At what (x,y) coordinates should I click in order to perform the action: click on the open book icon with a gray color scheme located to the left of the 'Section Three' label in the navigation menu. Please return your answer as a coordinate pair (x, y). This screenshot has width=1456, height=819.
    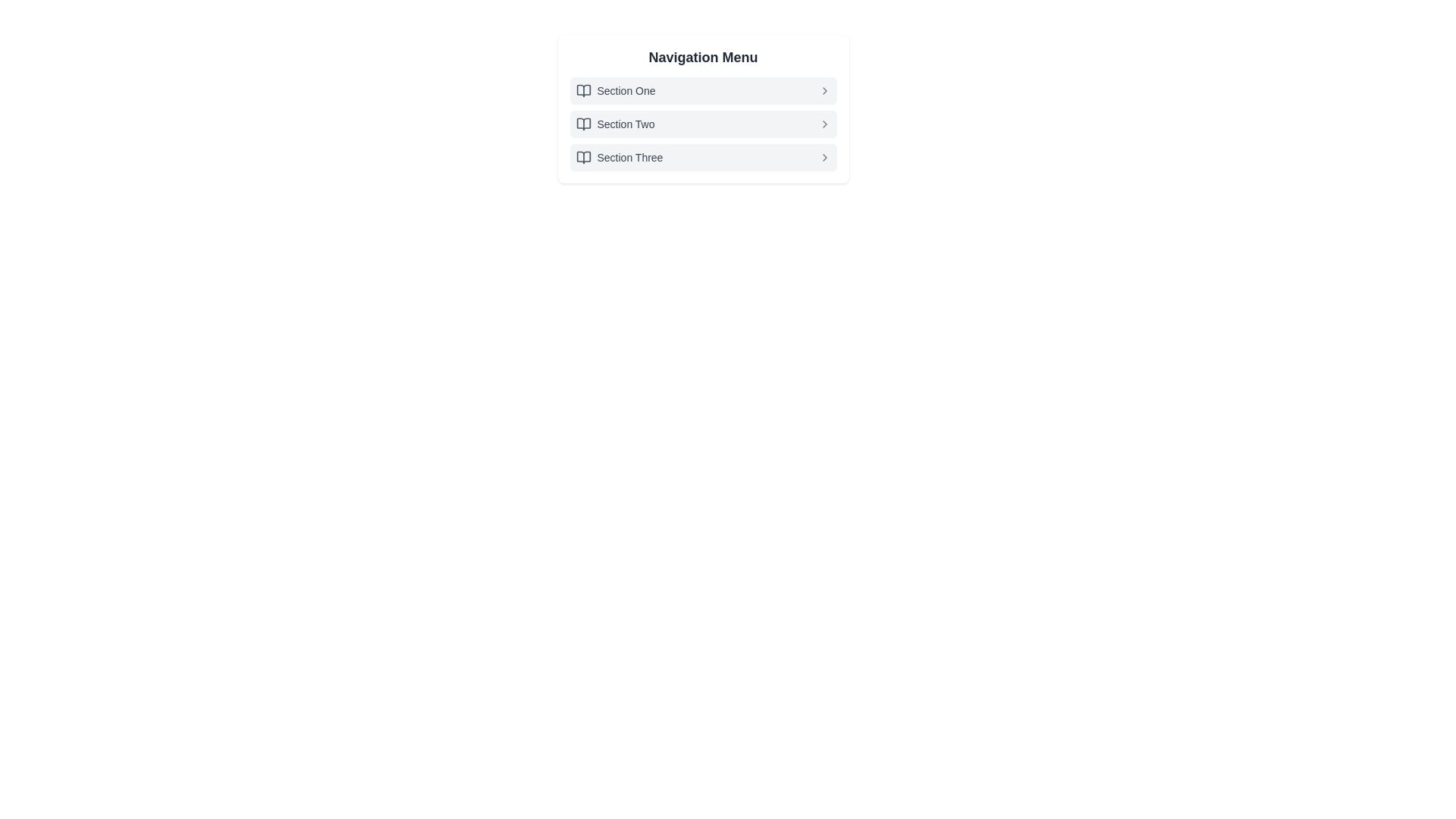
    Looking at the image, I should click on (582, 158).